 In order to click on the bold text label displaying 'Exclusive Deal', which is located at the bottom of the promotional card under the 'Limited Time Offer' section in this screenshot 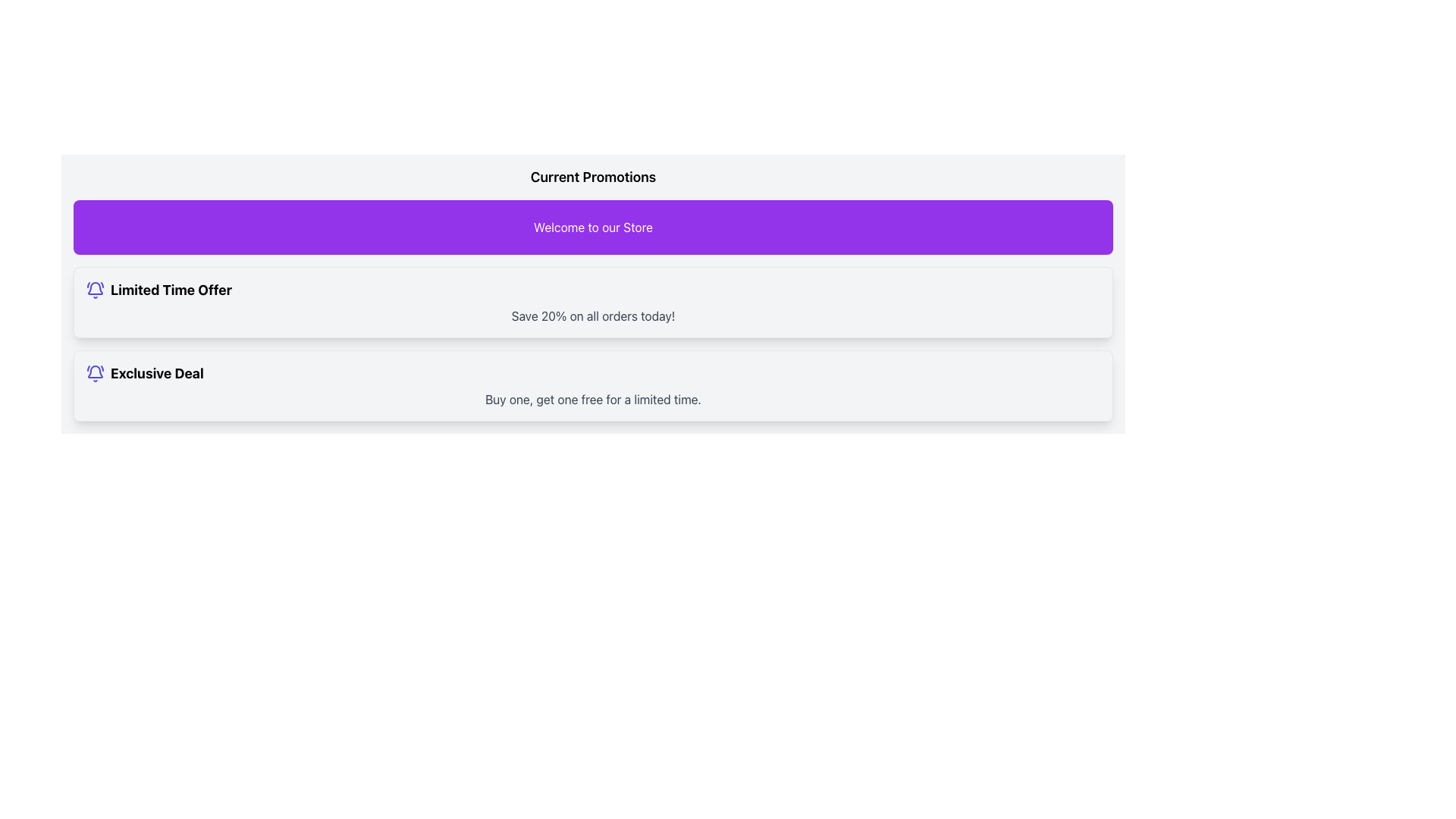, I will do `click(157, 374)`.